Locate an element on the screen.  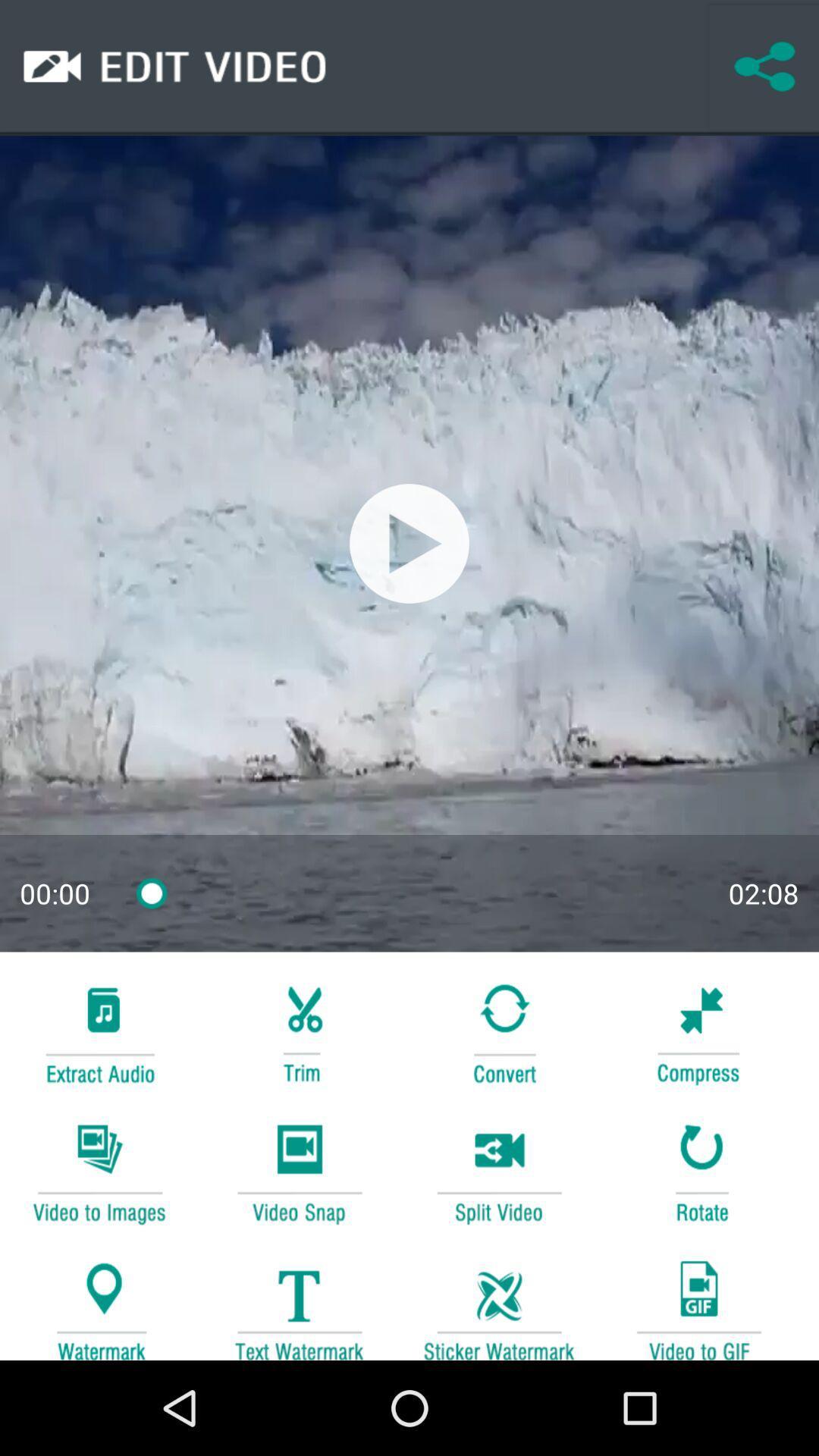
text watermark box is located at coordinates (299, 1302).